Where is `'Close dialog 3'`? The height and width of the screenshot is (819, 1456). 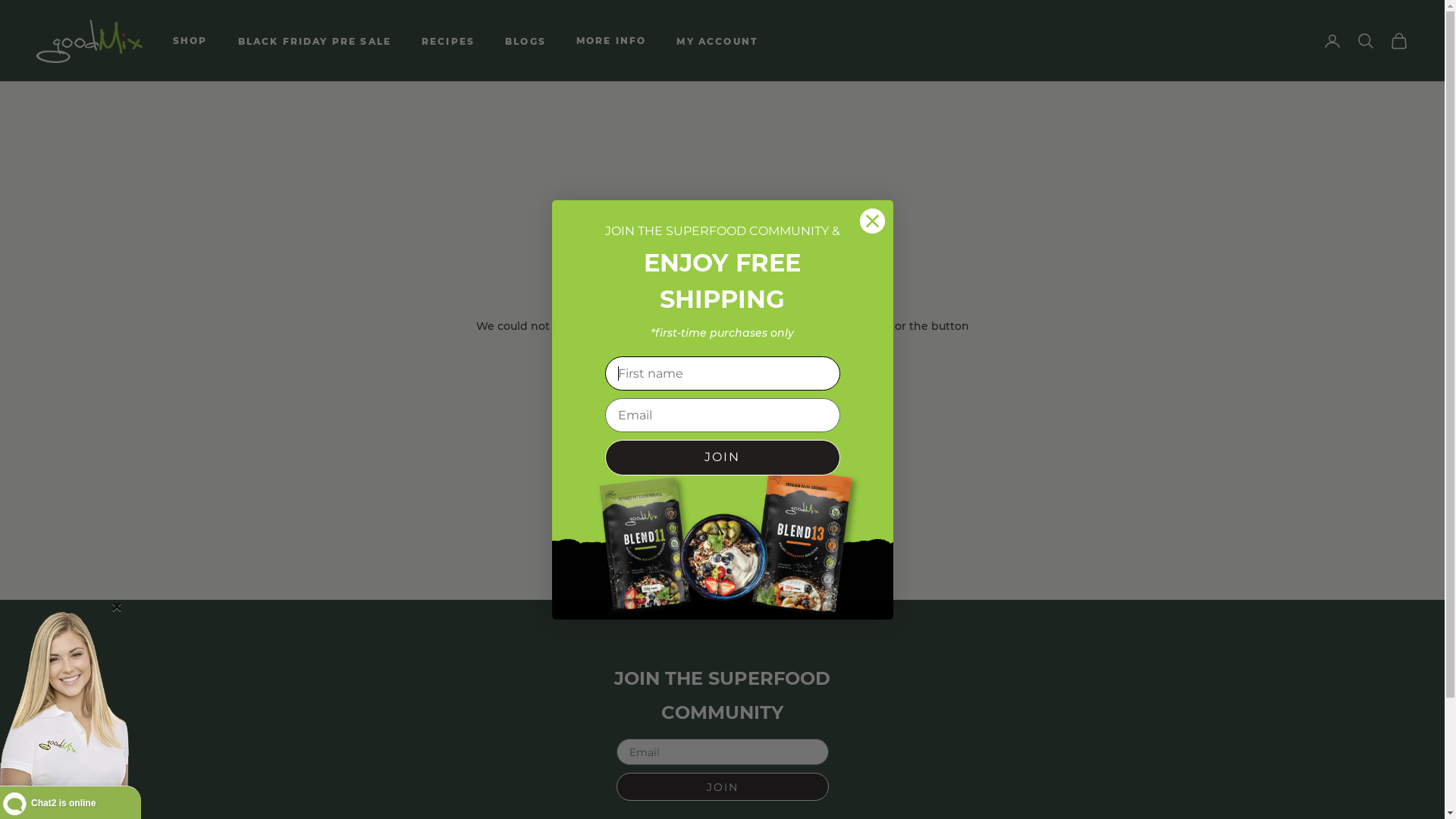 'Close dialog 3' is located at coordinates (871, 221).